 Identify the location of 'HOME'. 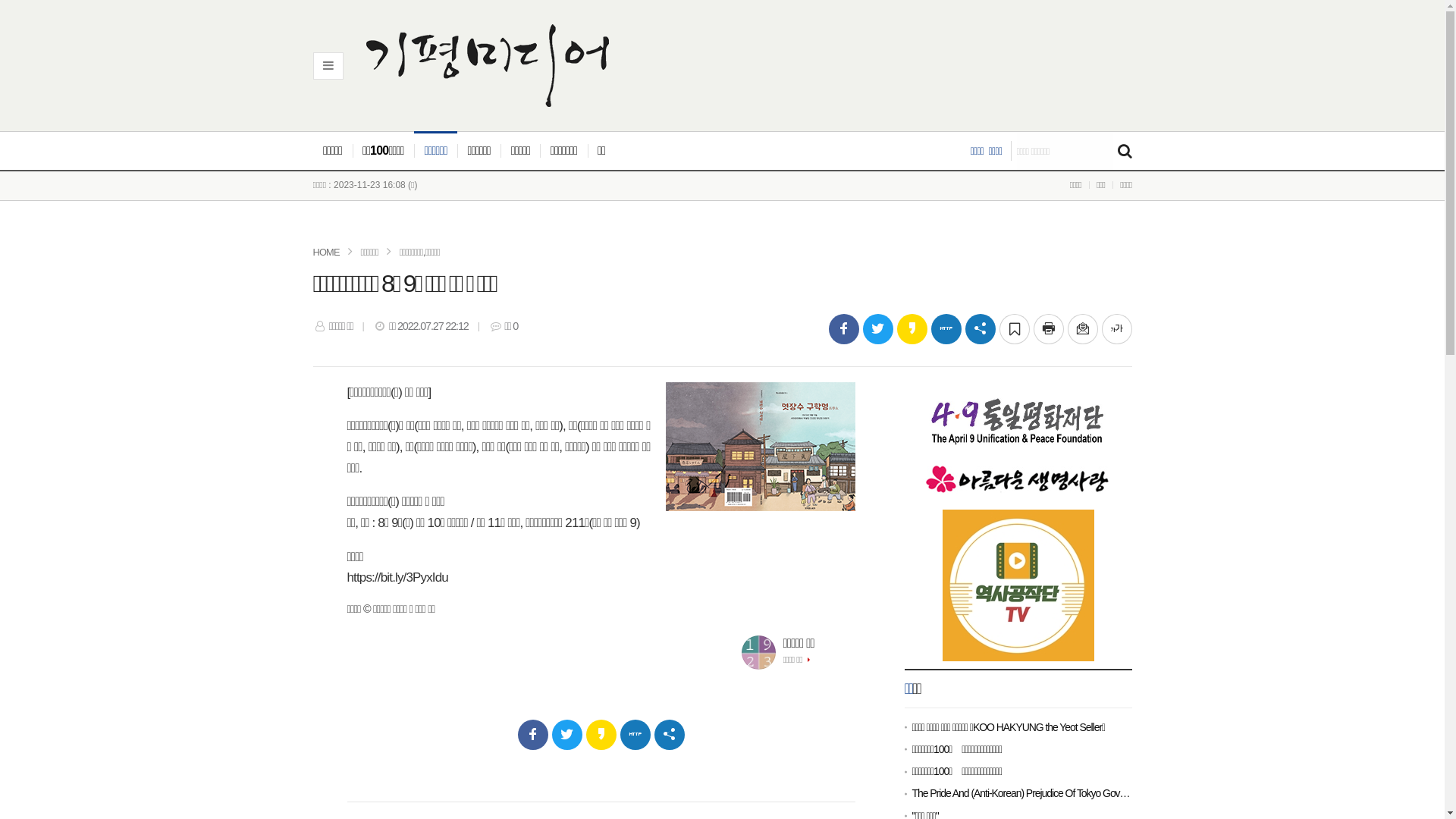
(325, 251).